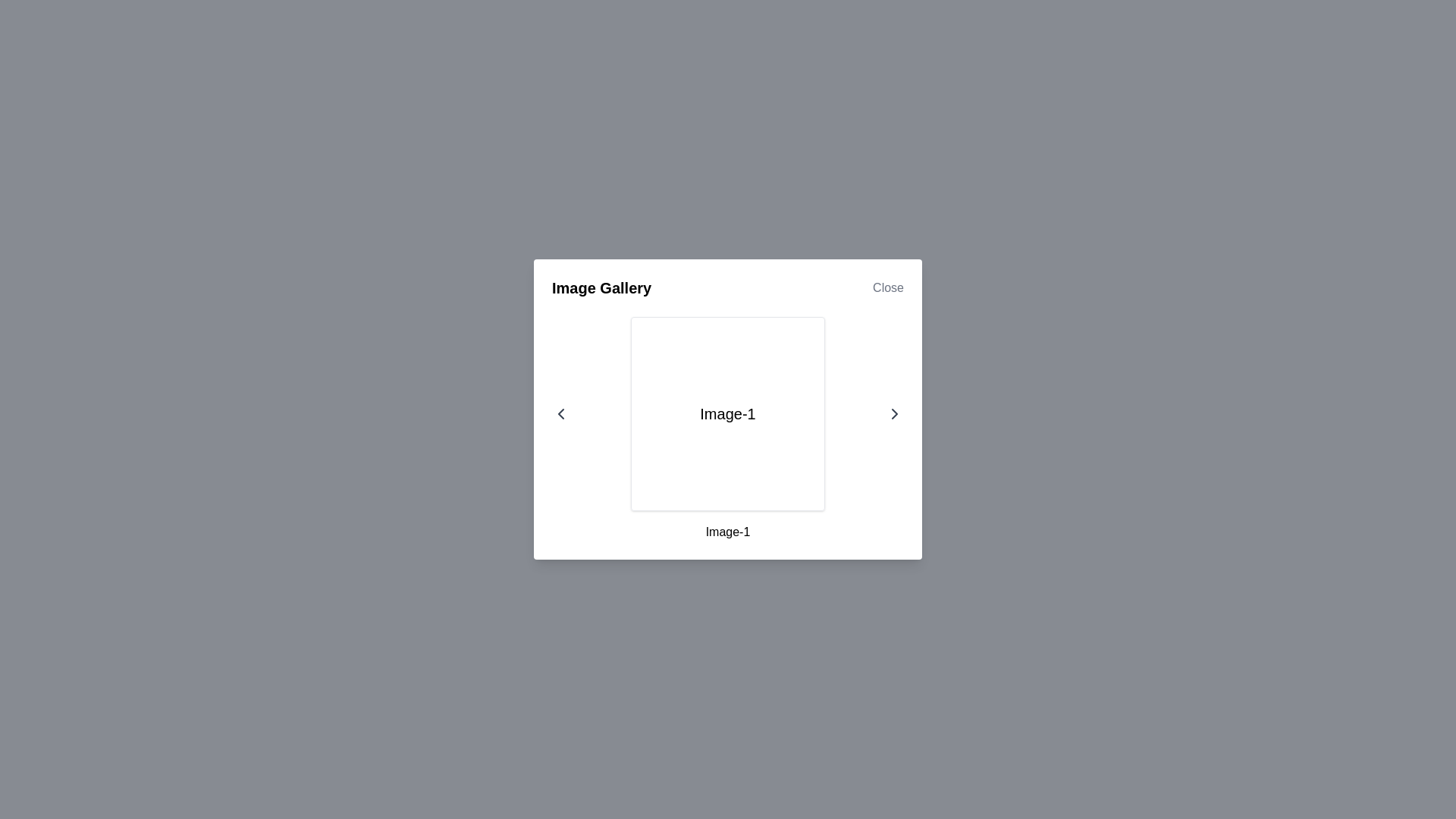 The height and width of the screenshot is (819, 1456). I want to click on the right navigation button to move to the next image, so click(895, 414).